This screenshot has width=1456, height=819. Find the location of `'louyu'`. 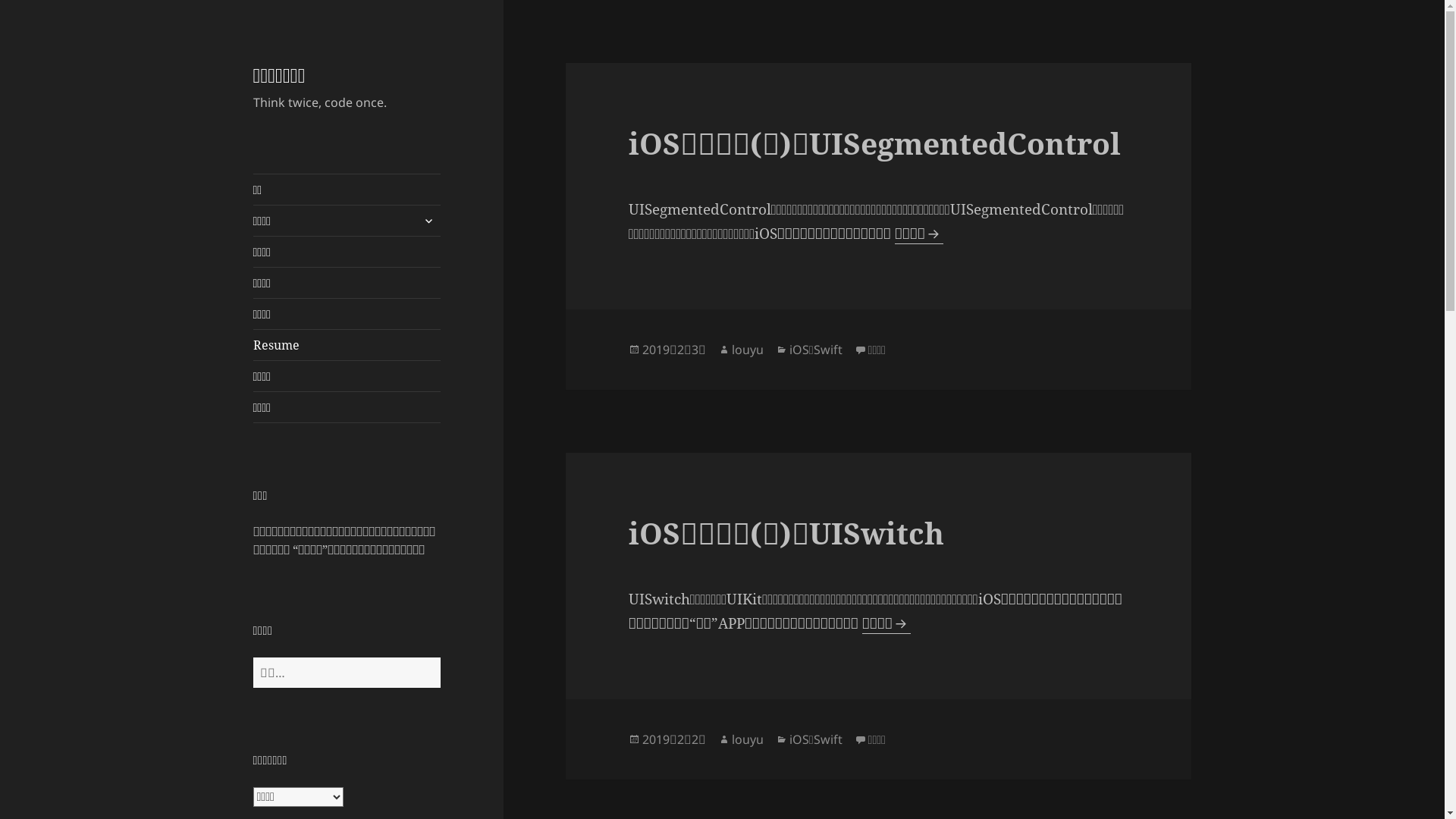

'louyu' is located at coordinates (747, 350).